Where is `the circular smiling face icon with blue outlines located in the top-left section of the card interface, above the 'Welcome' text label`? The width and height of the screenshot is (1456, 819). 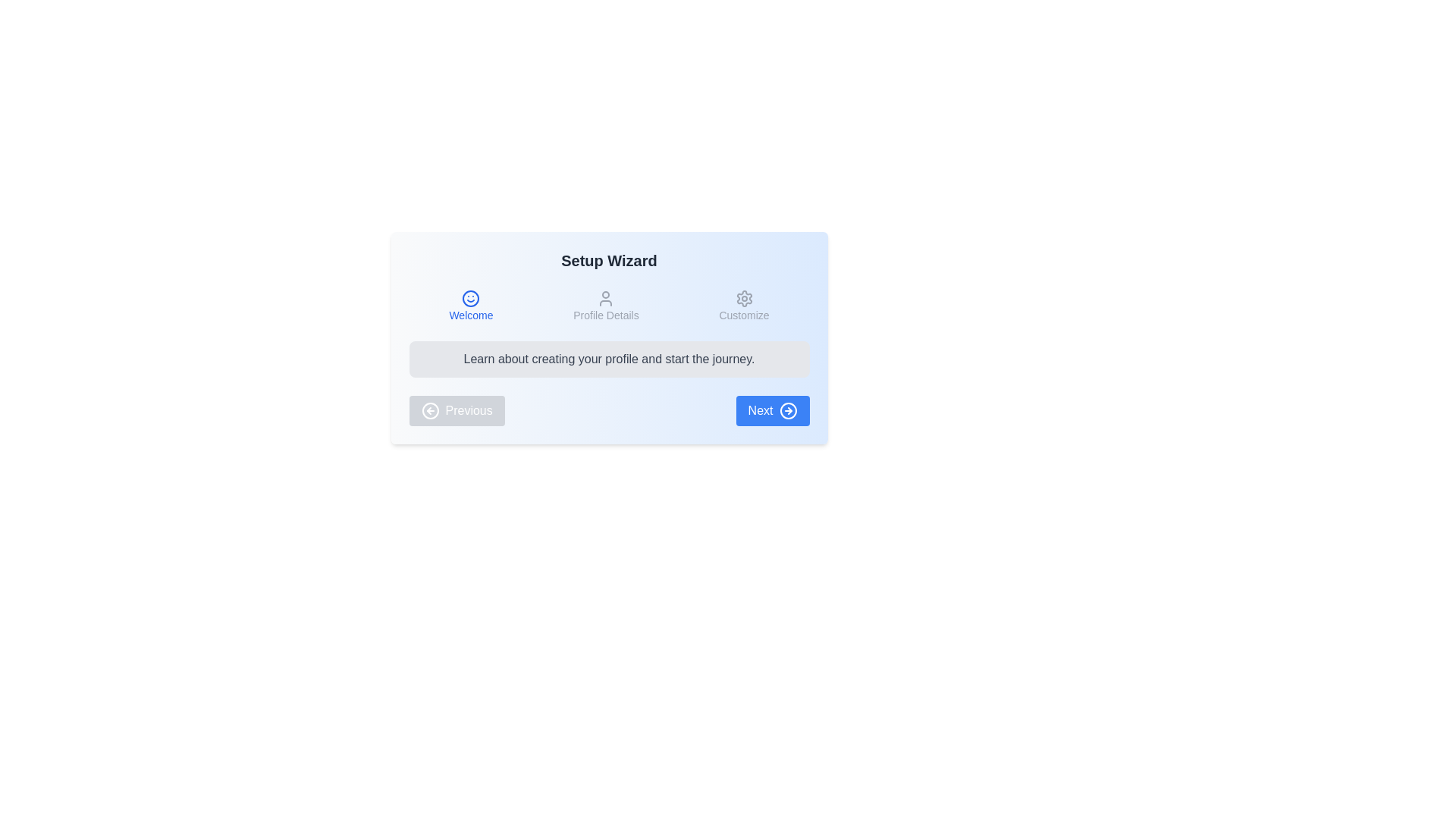
the circular smiling face icon with blue outlines located in the top-left section of the card interface, above the 'Welcome' text label is located at coordinates (470, 298).